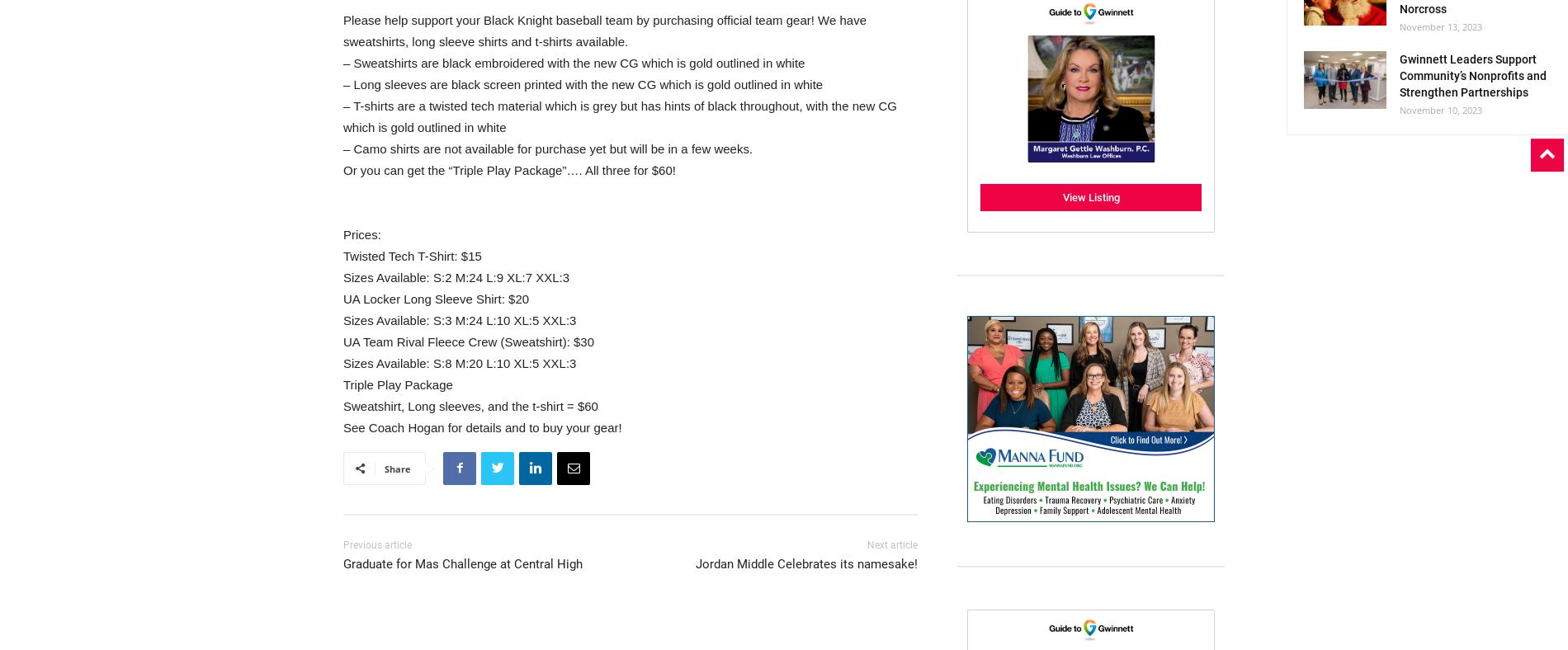 This screenshot has height=650, width=1568. Describe the element at coordinates (456, 276) in the screenshot. I see `'Sizes Available: S:2 M:24 L:9 XL:7 XXL:3'` at that location.